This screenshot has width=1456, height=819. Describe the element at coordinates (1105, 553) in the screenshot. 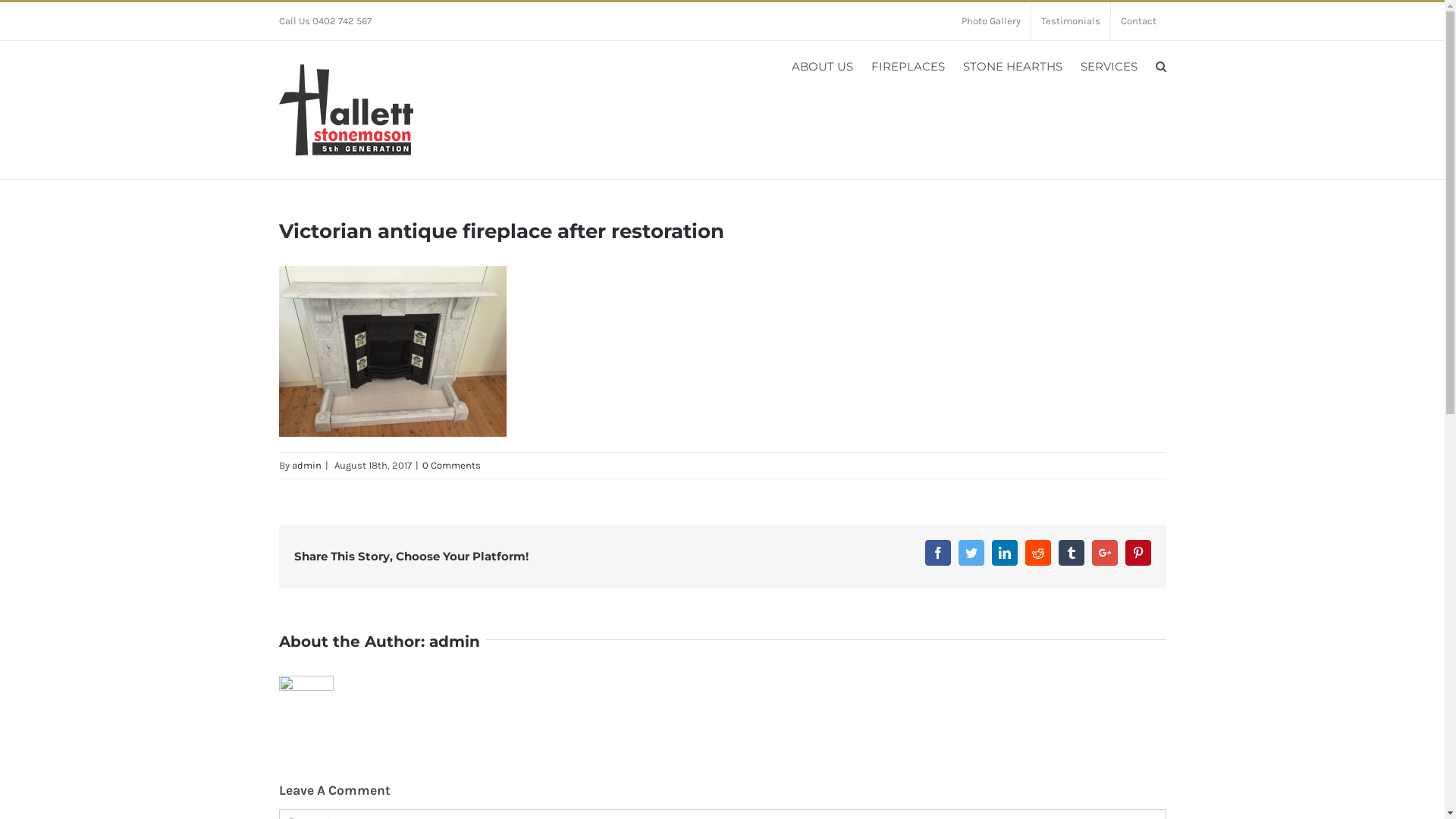

I see `'Google+'` at that location.